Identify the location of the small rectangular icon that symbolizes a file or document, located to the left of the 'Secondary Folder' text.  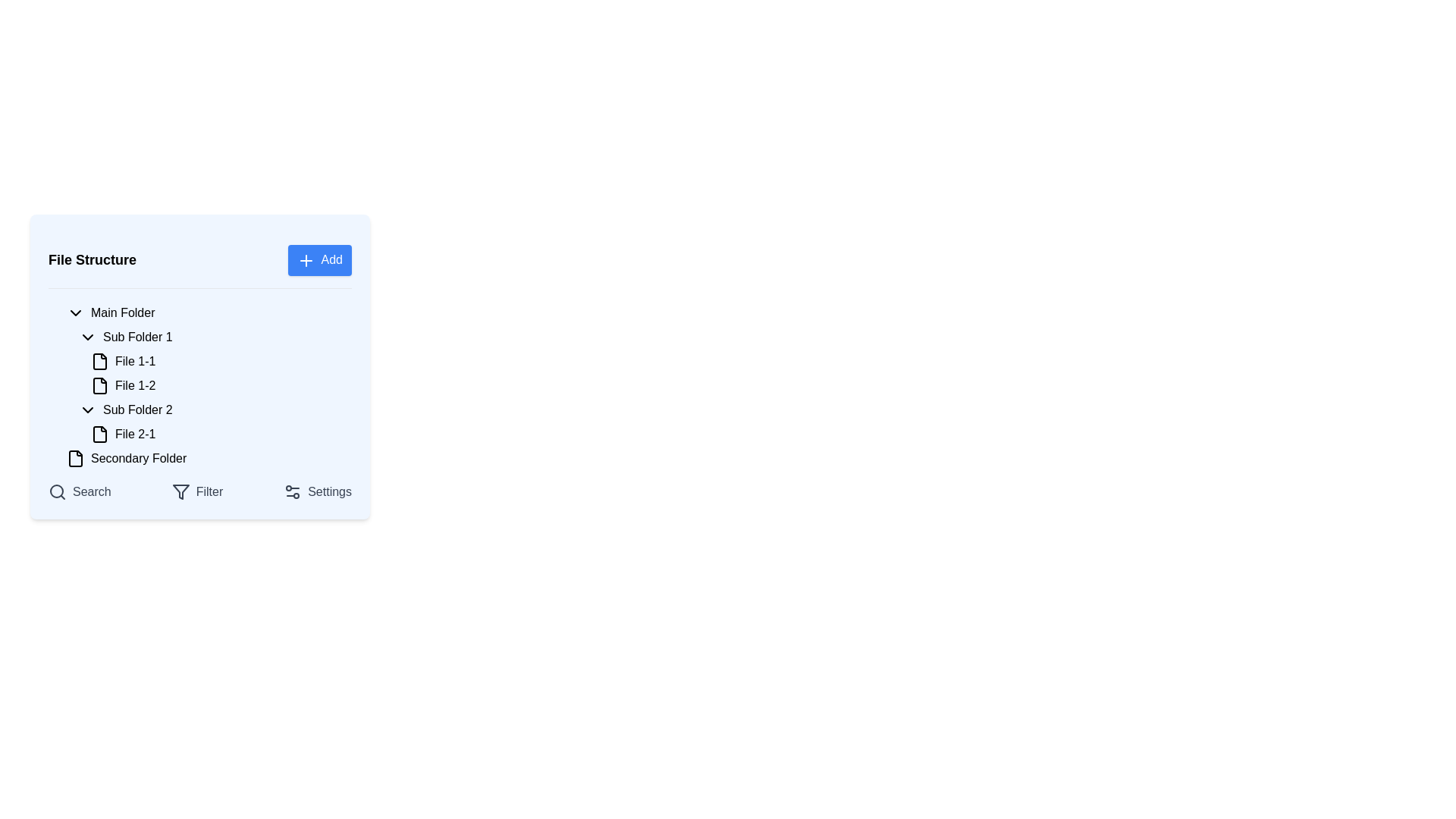
(75, 457).